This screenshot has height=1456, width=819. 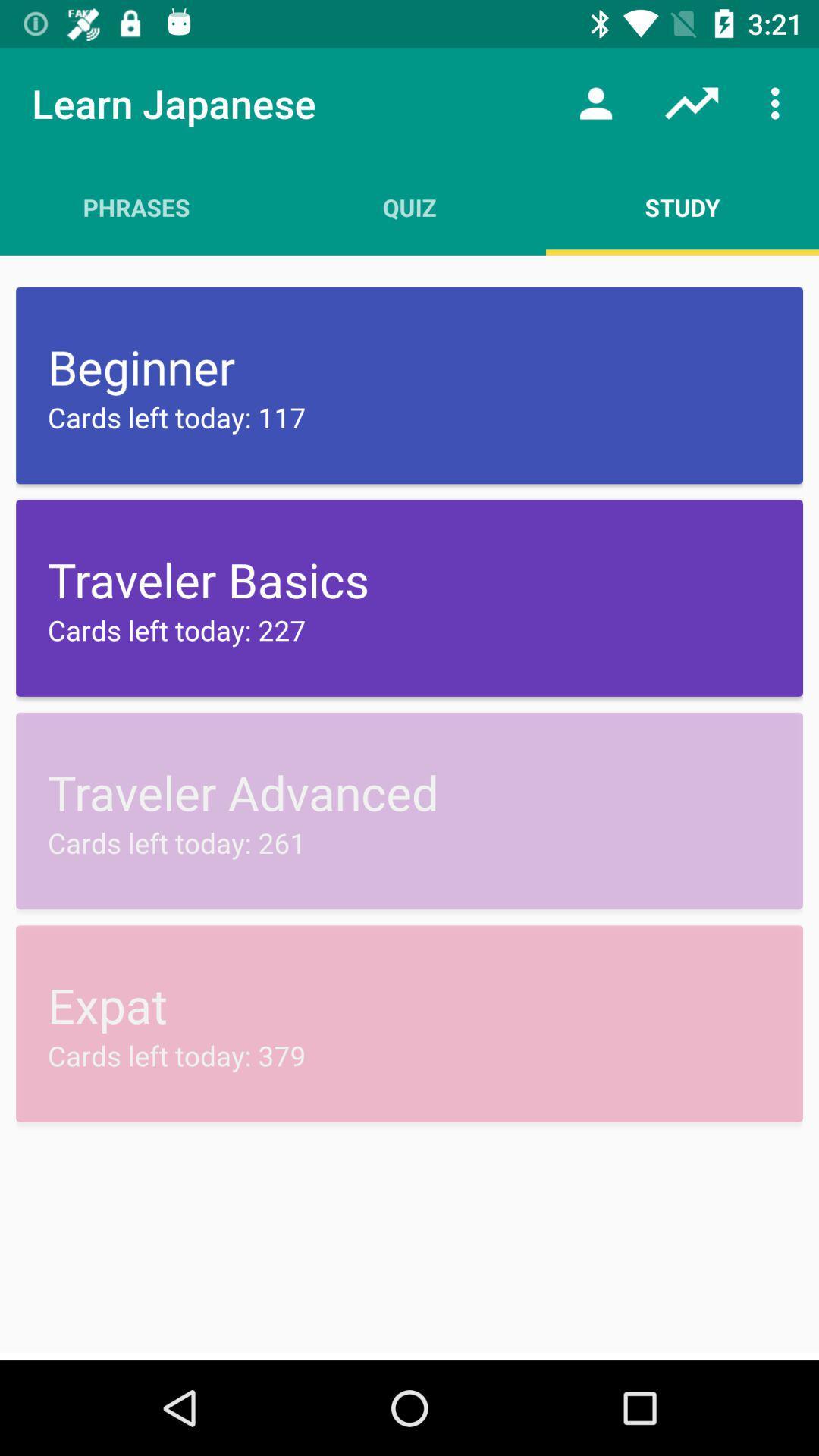 What do you see at coordinates (681, 206) in the screenshot?
I see `icon above the beginner` at bounding box center [681, 206].